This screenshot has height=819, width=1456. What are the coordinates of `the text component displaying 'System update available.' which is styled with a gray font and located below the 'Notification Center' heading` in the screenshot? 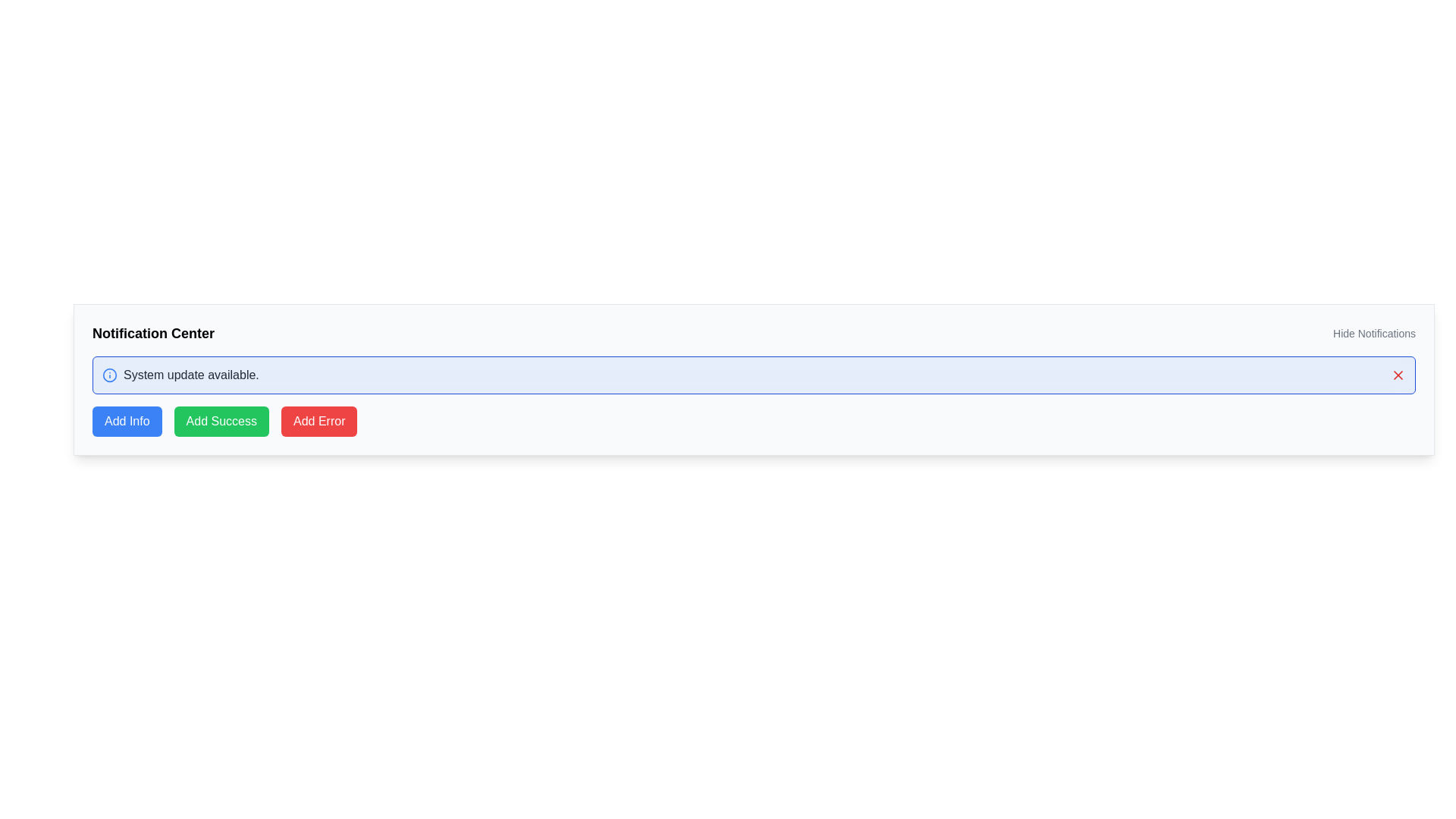 It's located at (180, 375).